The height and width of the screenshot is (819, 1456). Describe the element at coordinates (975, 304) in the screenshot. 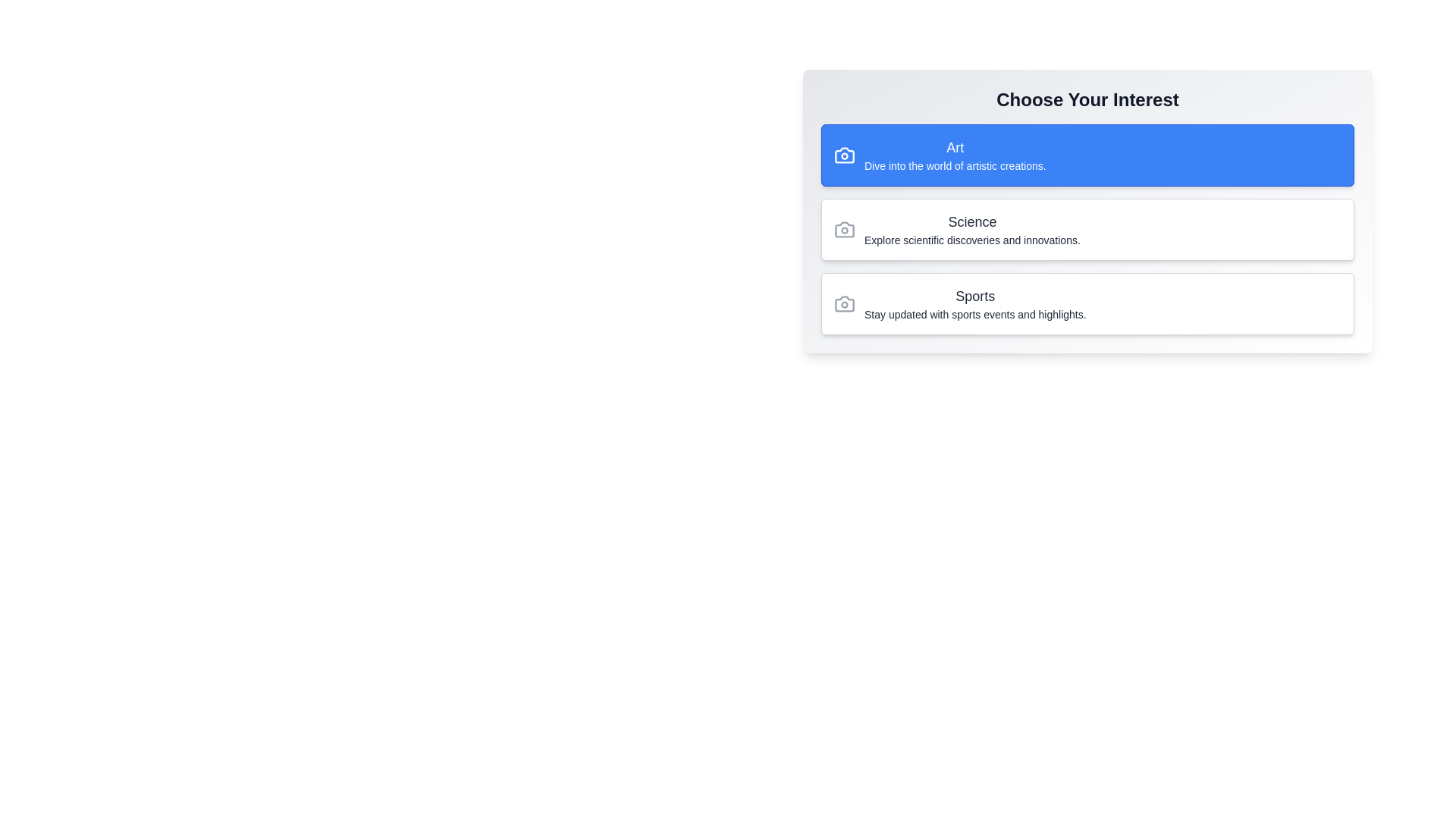

I see `the TextBlock displaying the title 'Sports' and the description 'Stay updated with sports events and highlights.'` at that location.